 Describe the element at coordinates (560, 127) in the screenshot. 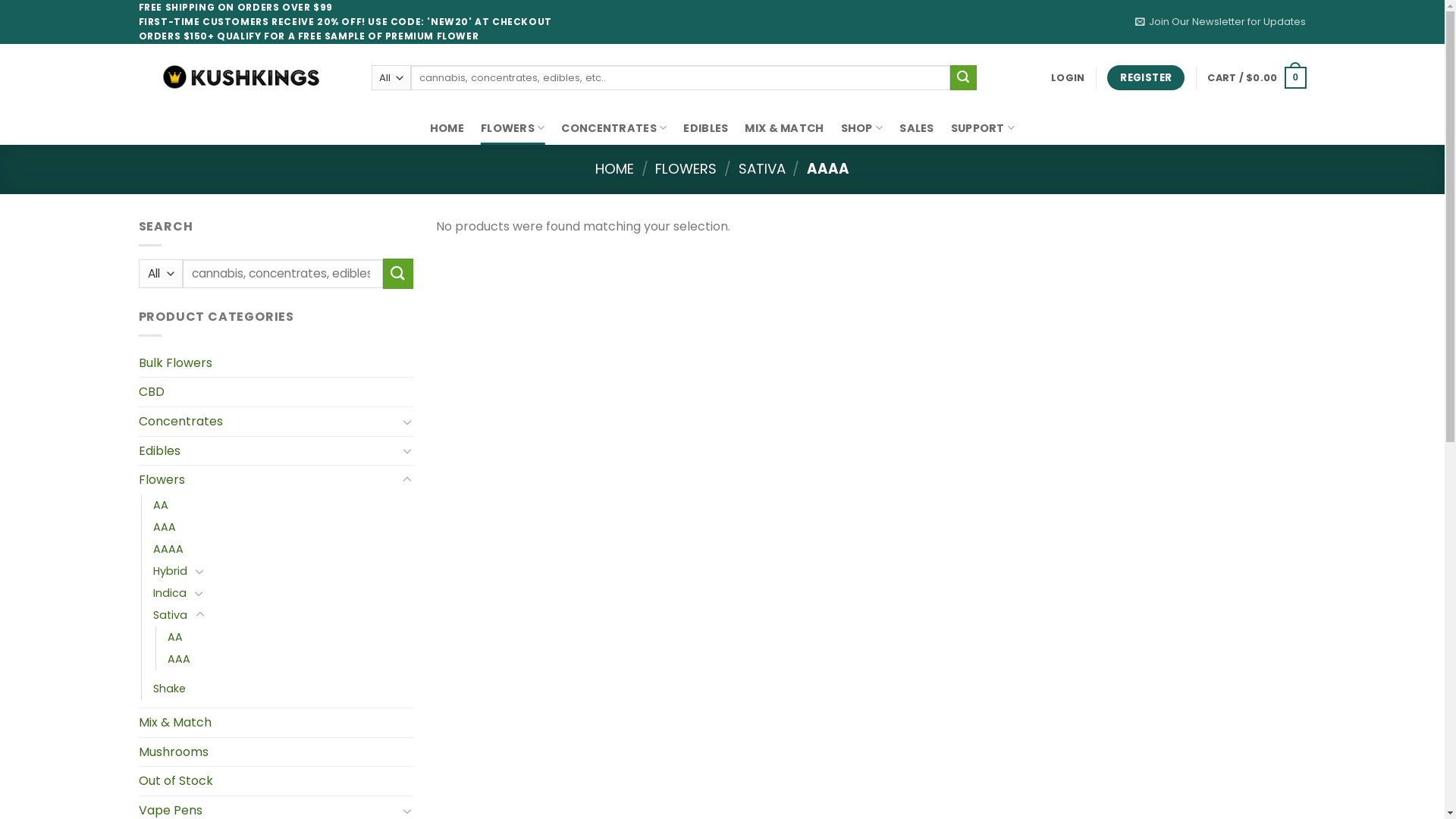

I see `'CONCENTRATES'` at that location.